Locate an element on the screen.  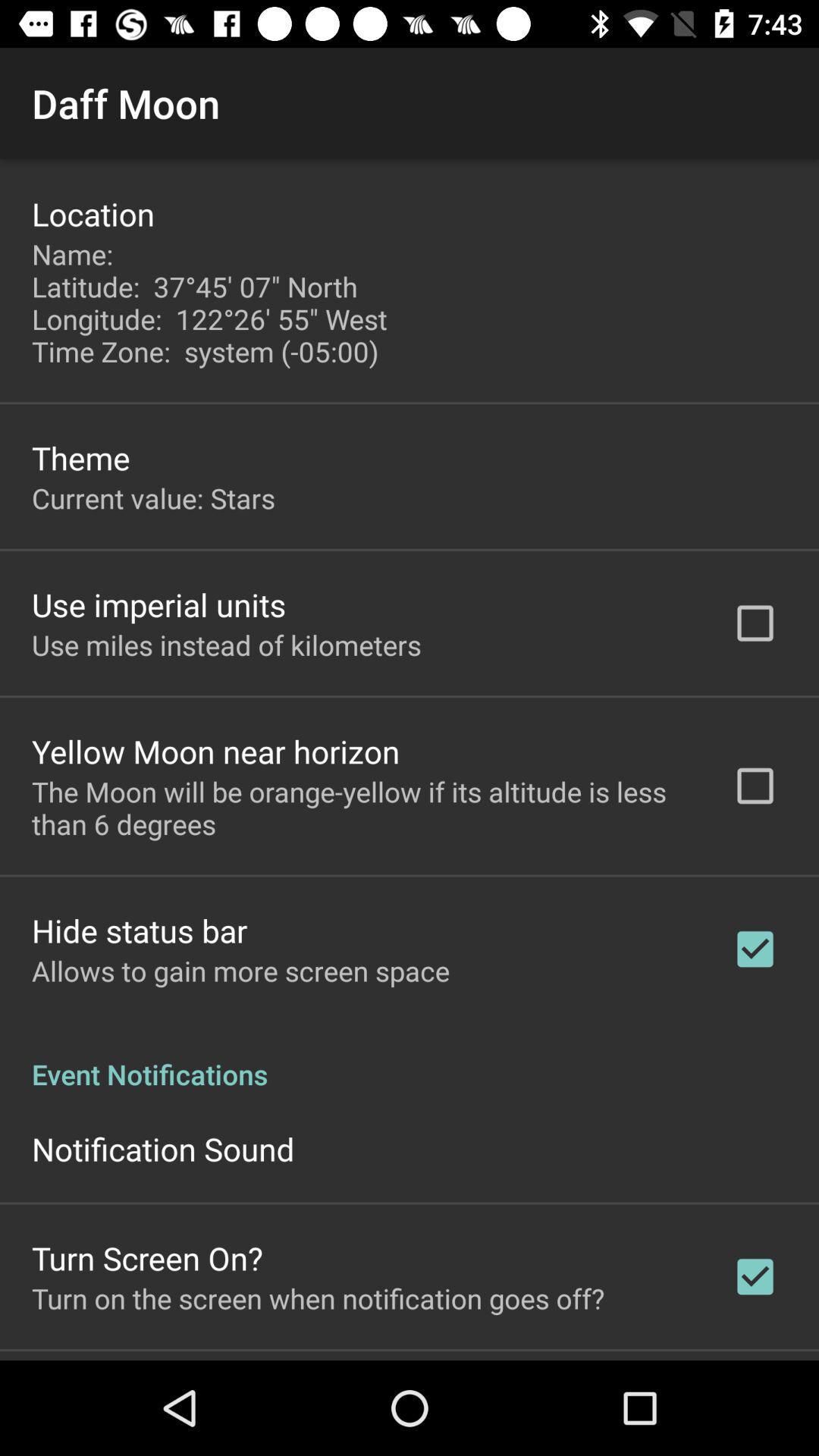
the notification sound is located at coordinates (163, 1149).